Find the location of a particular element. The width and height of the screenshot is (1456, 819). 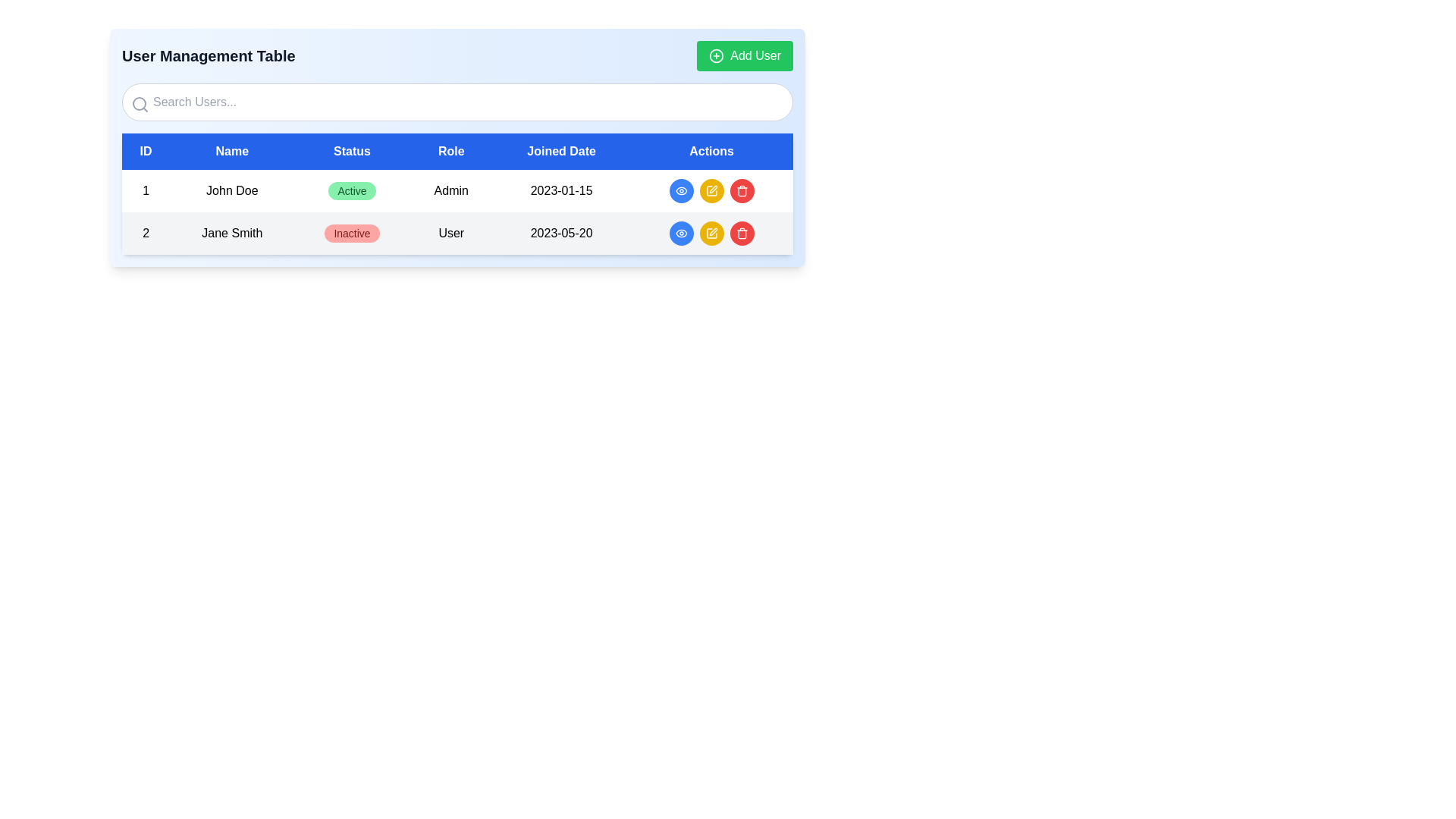

the 'Inactive' badge indicating the status of user Jane Smith in the second row of the user management table is located at coordinates (351, 234).